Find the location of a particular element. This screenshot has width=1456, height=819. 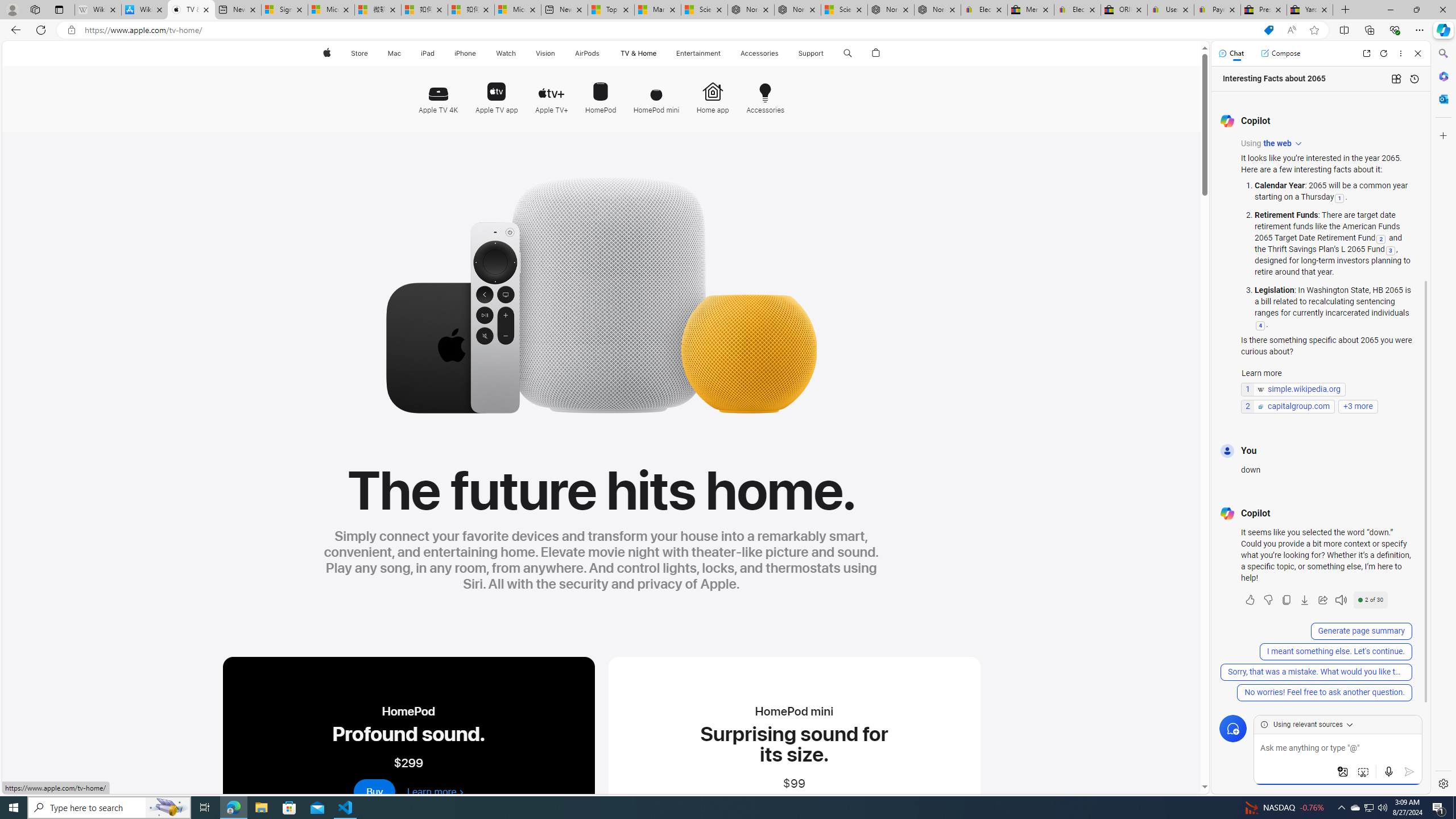

'Entertainment menu' is located at coordinates (723, 53).